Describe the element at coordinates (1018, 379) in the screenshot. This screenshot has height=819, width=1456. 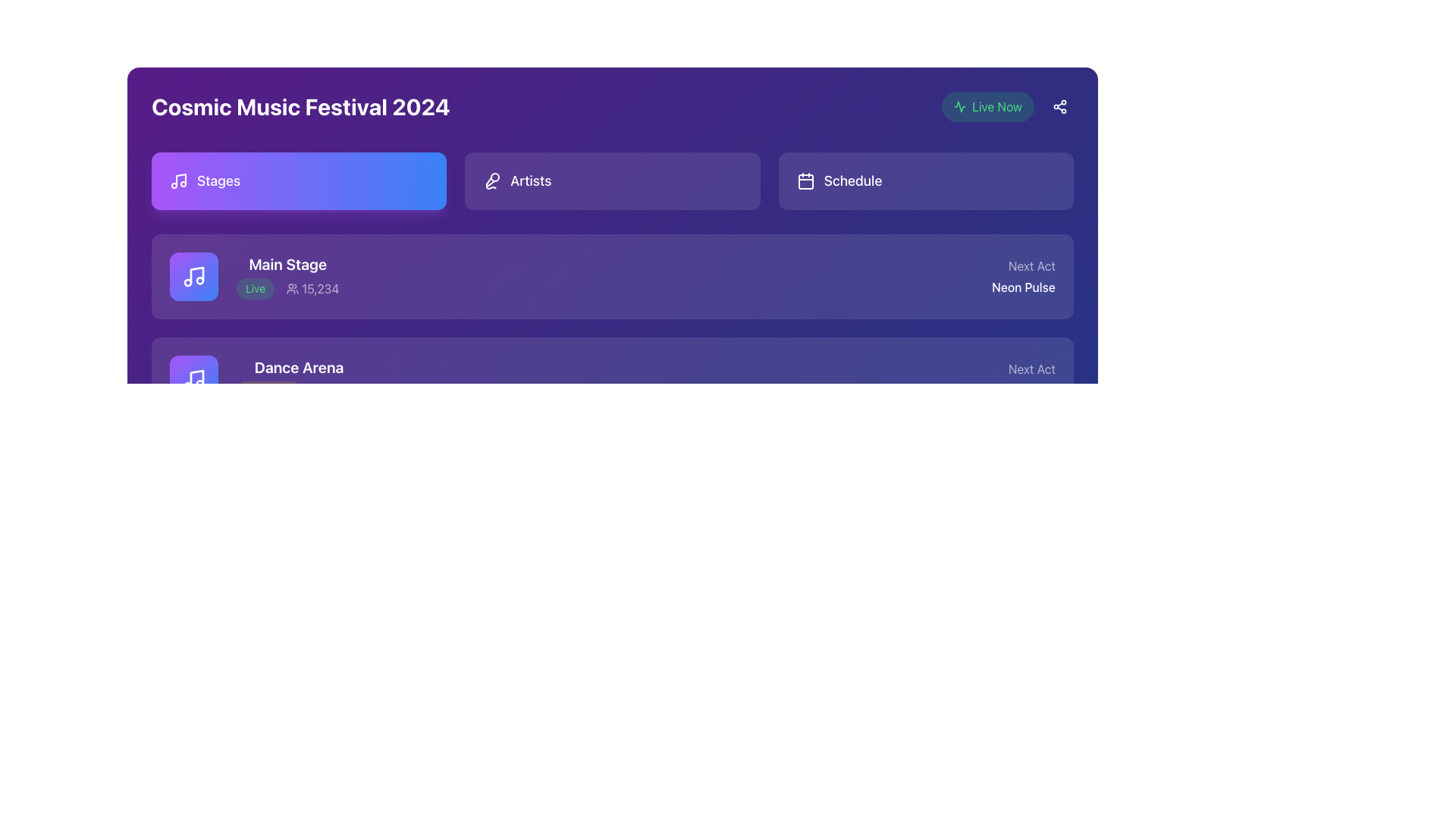
I see `the Text Label containing 'Next Act' and 'Bass Division' located in the rightmost part of the row corresponding to 'Dance Arena'` at that location.